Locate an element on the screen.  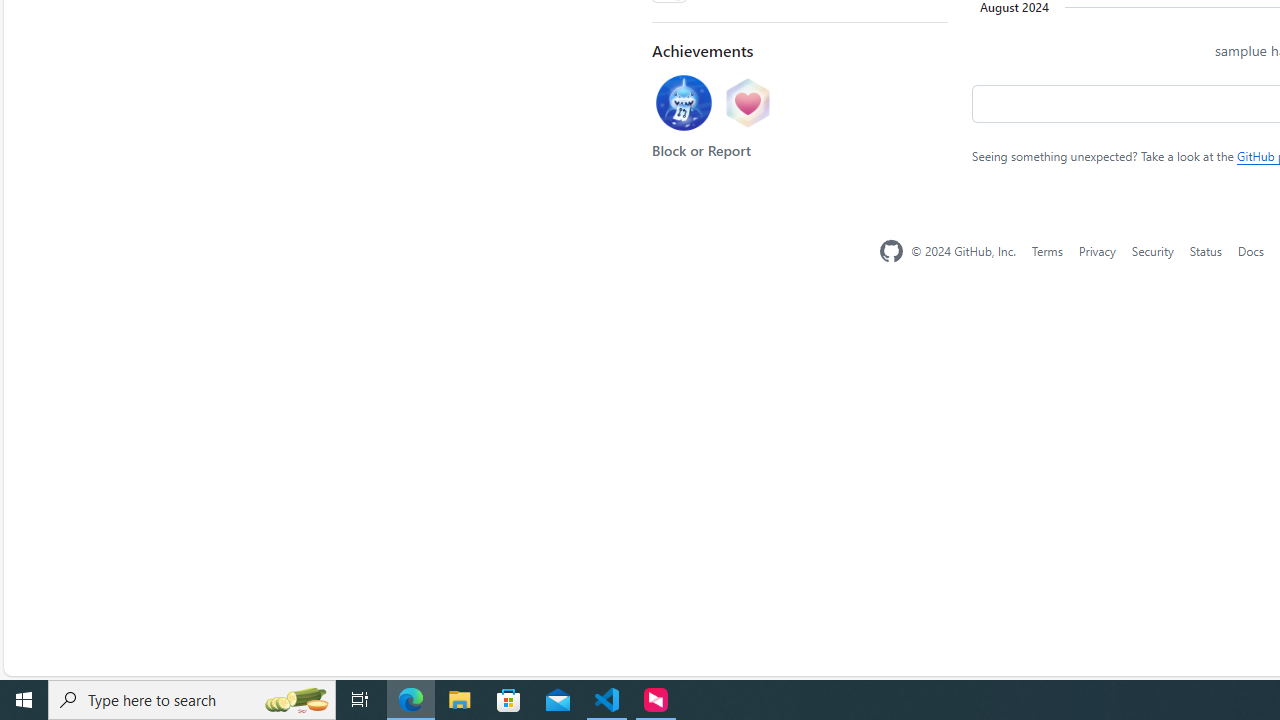
'Homepage' is located at coordinates (890, 250).